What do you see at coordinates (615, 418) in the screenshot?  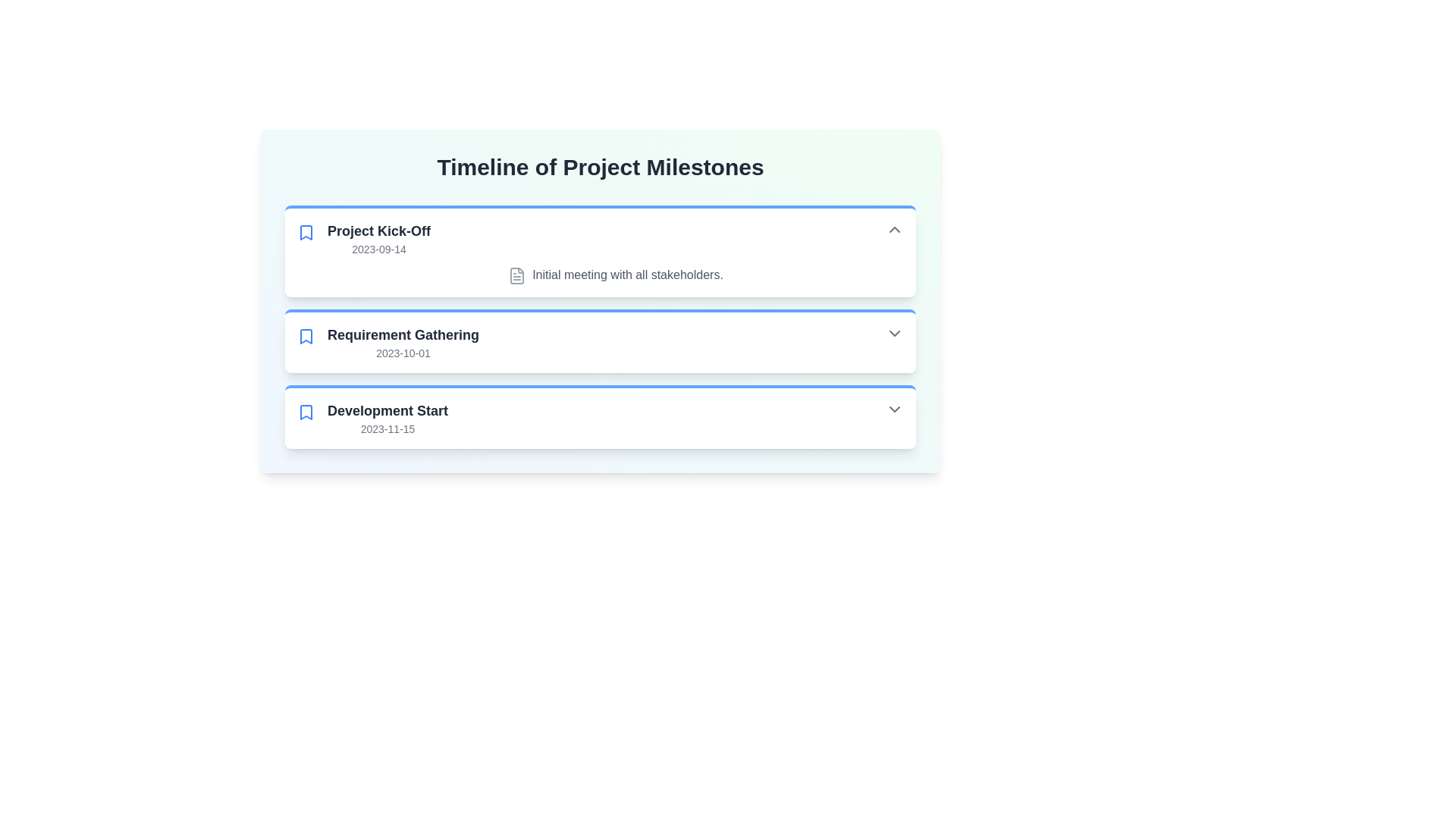 I see `the third list item in the 'Timeline of Project Milestones' section, which displays the title 'Development Start' and the date '2023-11-15'` at bounding box center [615, 418].